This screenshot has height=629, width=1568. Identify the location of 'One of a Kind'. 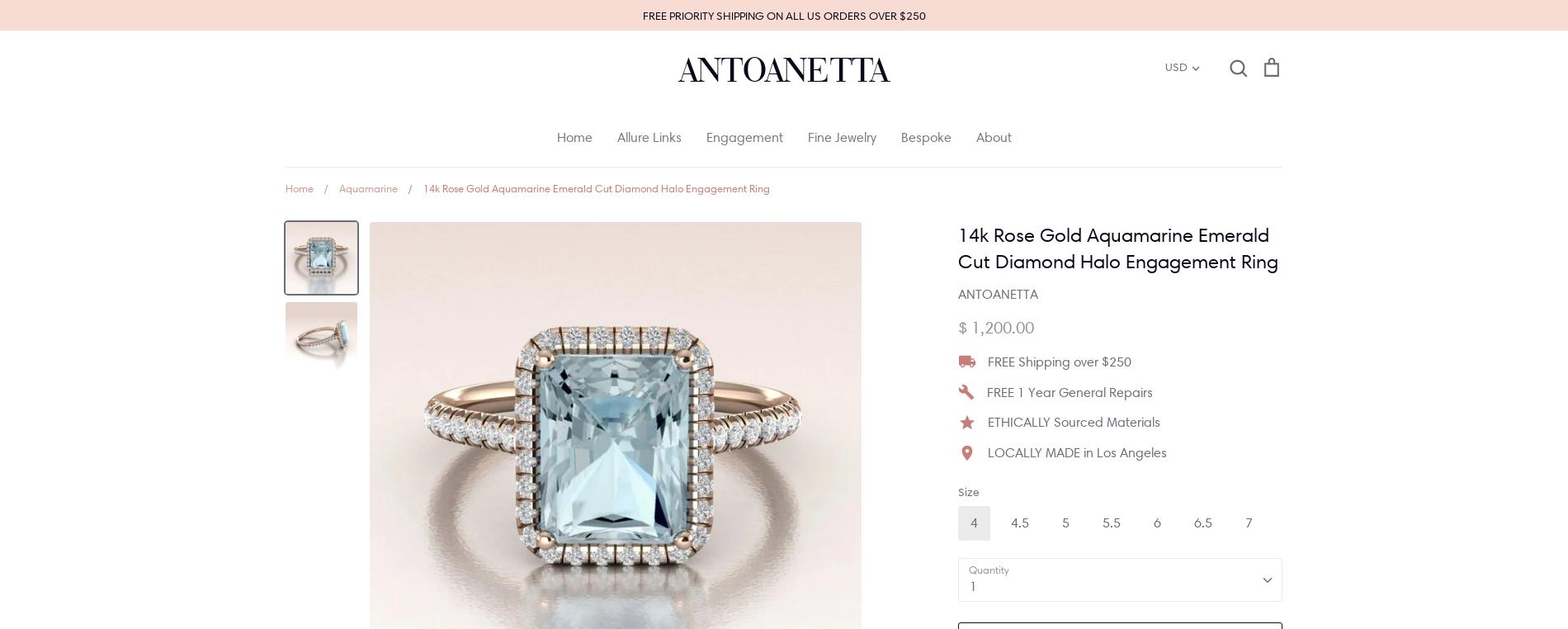
(849, 296).